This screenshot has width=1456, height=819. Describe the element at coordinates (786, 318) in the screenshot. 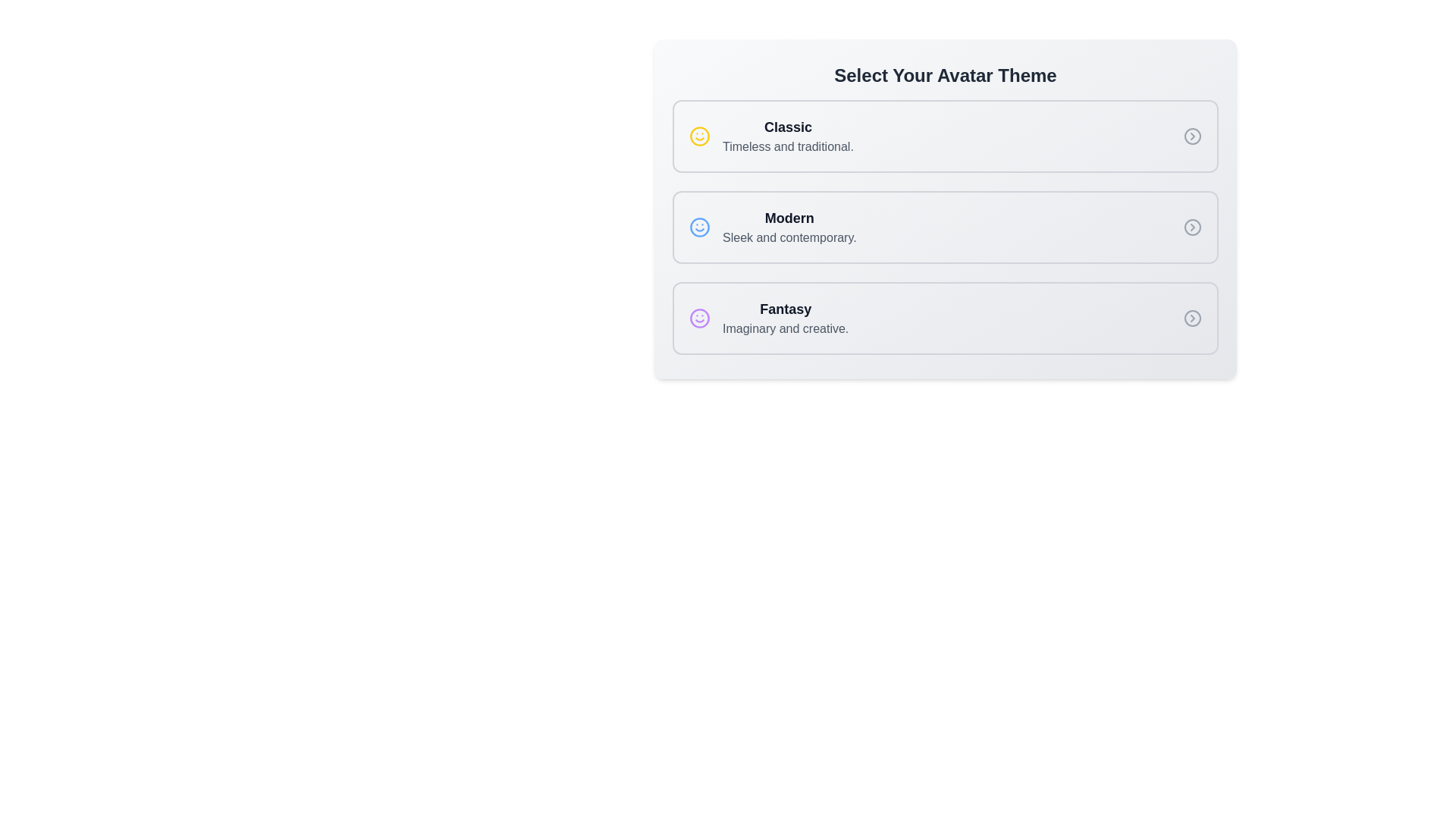

I see `the text label element titled 'Fantasy' with the subtitle 'Imaginary and creative', located in the third card of a vertical list of options` at that location.